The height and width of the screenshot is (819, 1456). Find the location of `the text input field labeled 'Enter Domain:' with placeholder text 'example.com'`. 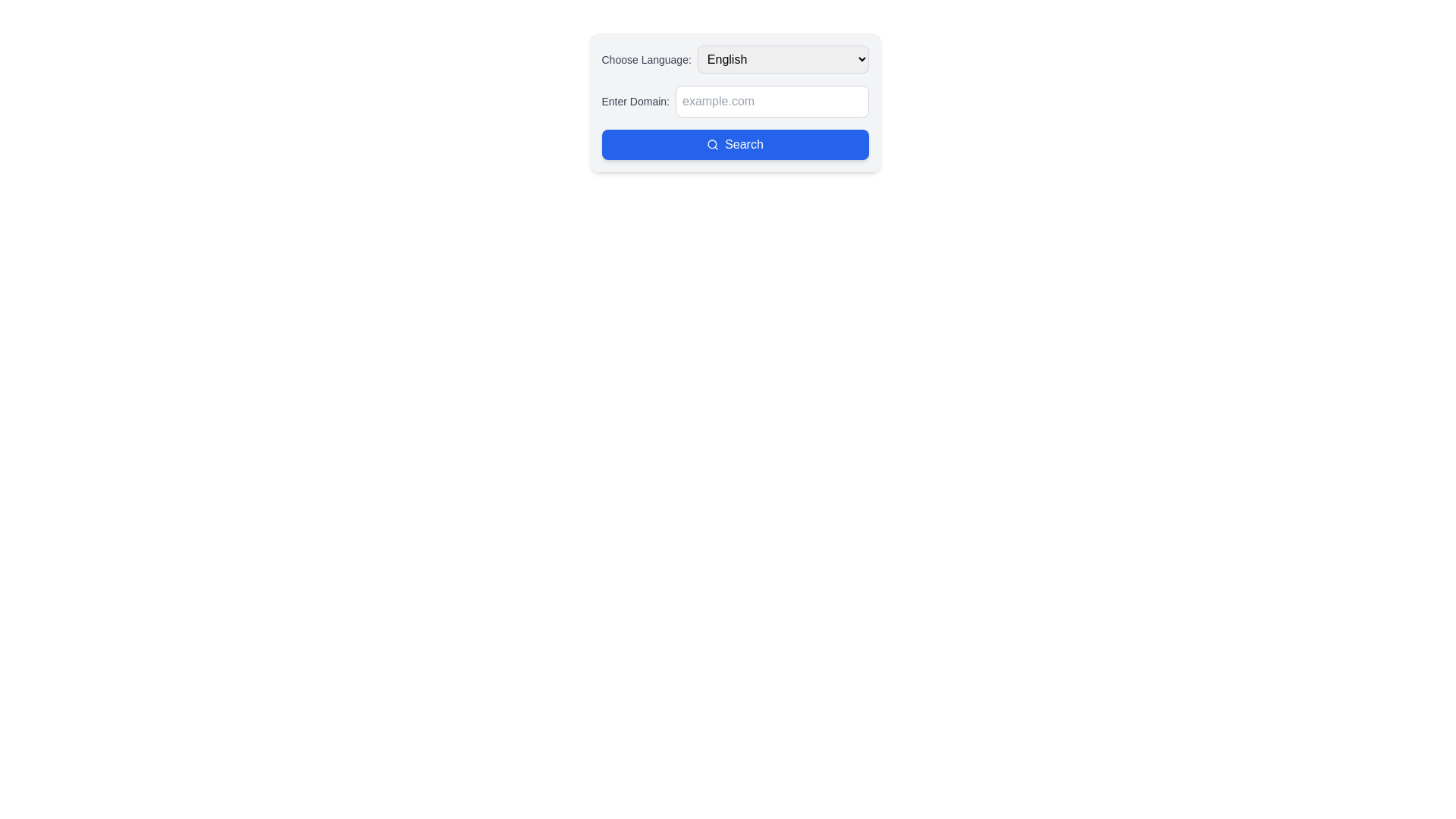

the text input field labeled 'Enter Domain:' with placeholder text 'example.com' is located at coordinates (735, 102).